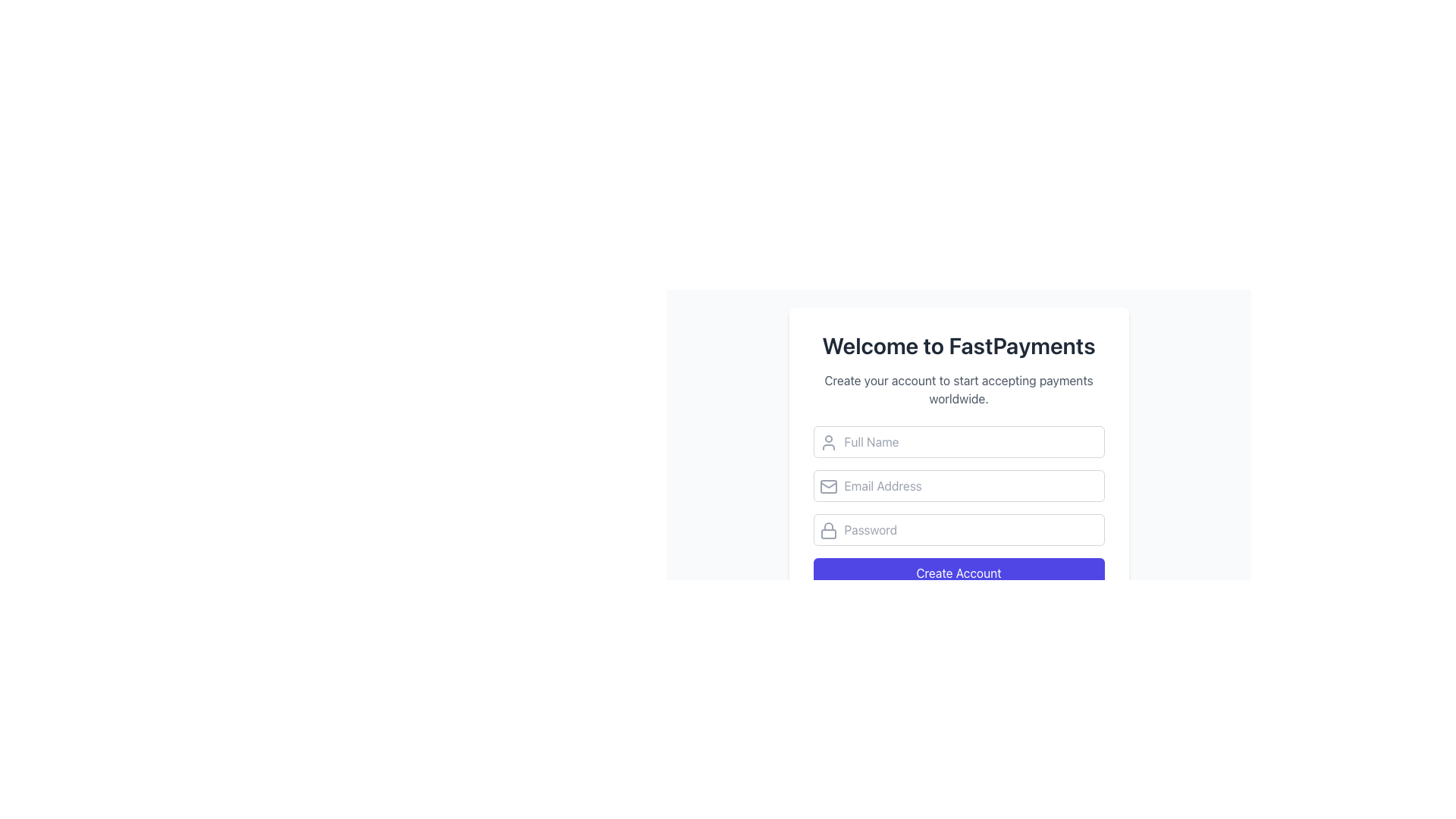  What do you see at coordinates (958, 388) in the screenshot?
I see `informative text displayed in the text label that says 'Create your account to start accepting payments worldwide.' positioned beneath the main title 'Welcome to FastPayments'` at bounding box center [958, 388].